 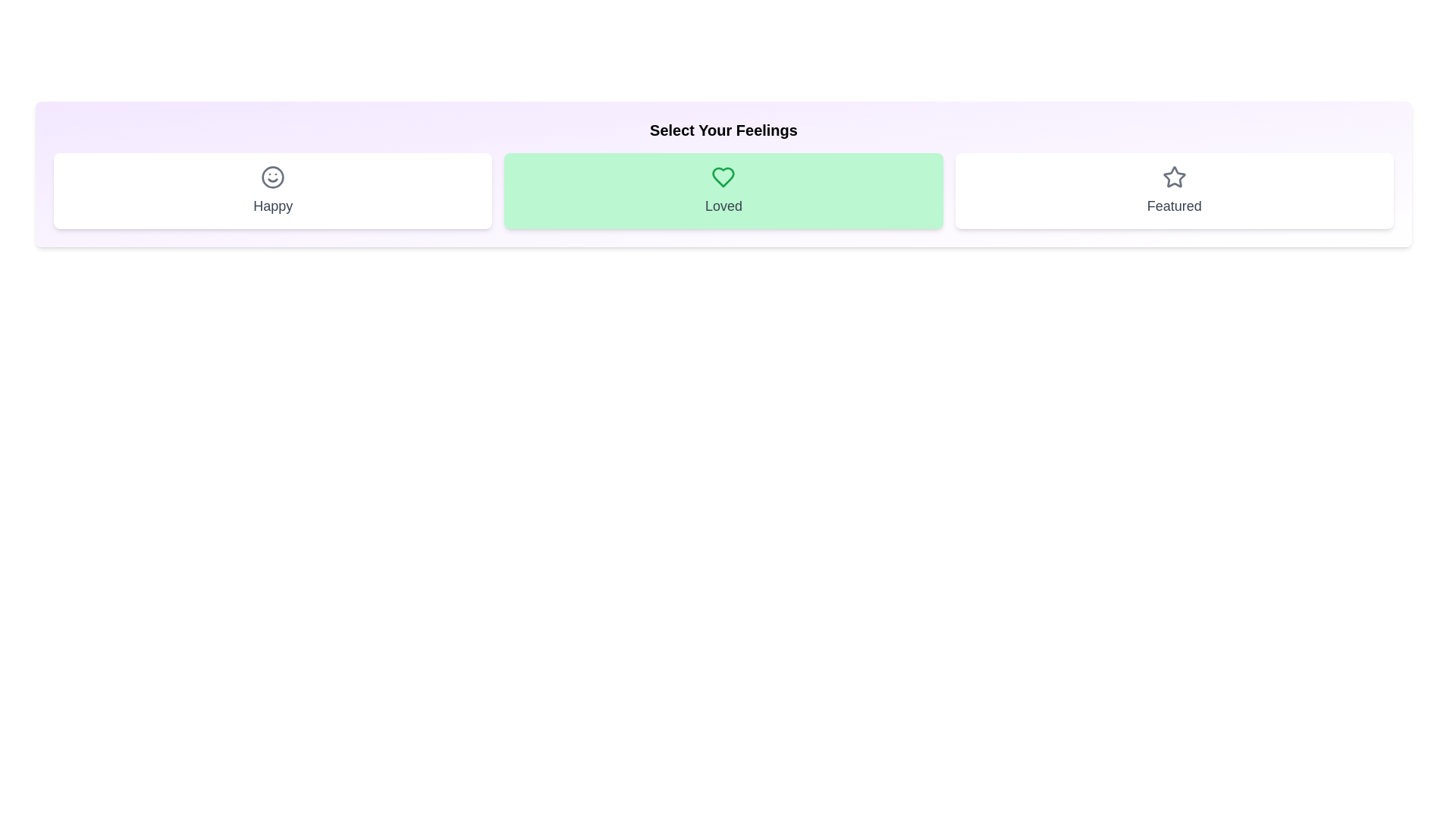 What do you see at coordinates (1173, 190) in the screenshot?
I see `the chip labeled Featured` at bounding box center [1173, 190].